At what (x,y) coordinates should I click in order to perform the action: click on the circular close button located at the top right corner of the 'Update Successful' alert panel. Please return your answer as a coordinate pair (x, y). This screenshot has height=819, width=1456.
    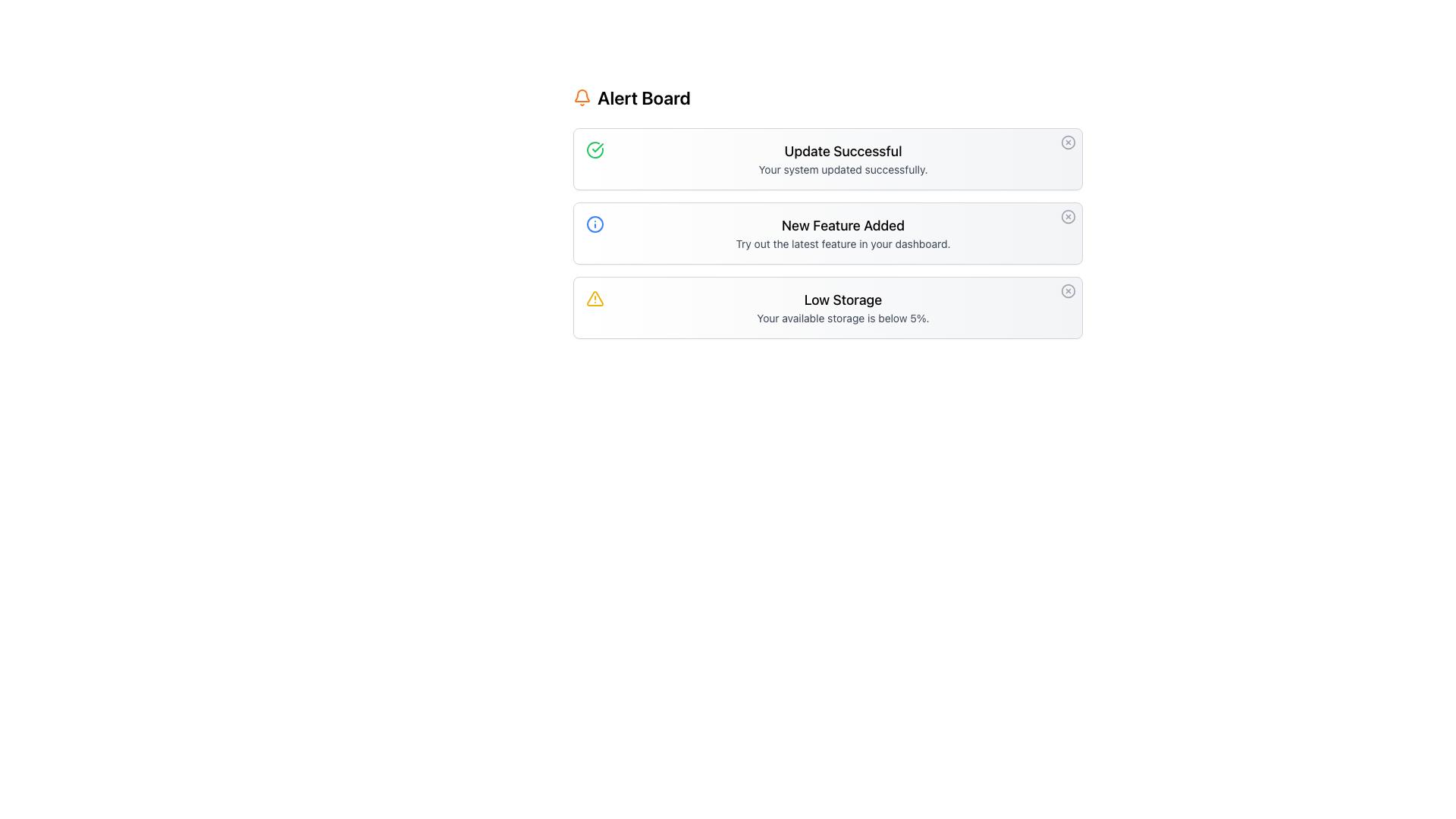
    Looking at the image, I should click on (1068, 143).